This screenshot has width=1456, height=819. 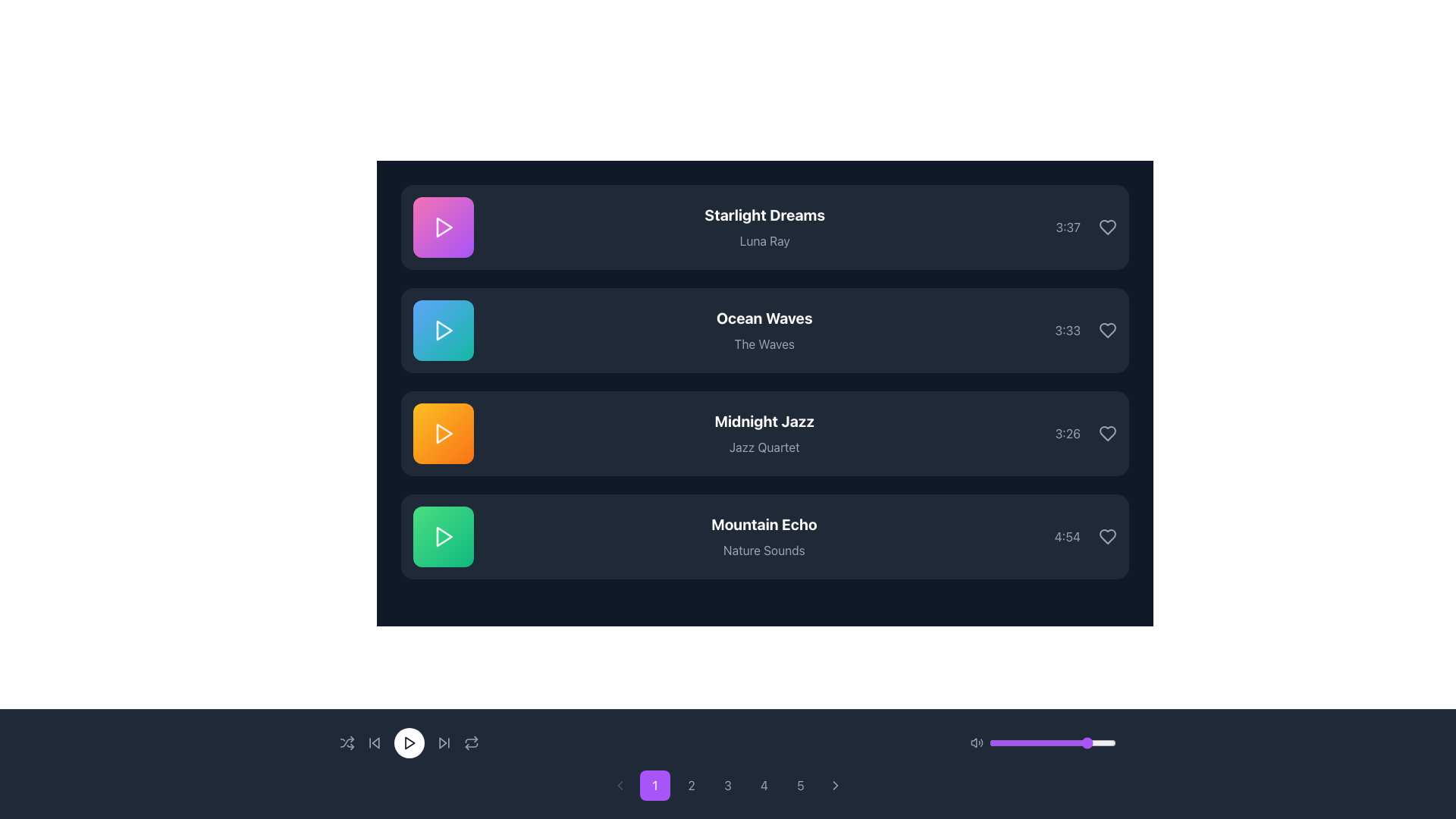 What do you see at coordinates (1107, 536) in the screenshot?
I see `the heart-shaped icon button located at the bottommost row of the list` at bounding box center [1107, 536].